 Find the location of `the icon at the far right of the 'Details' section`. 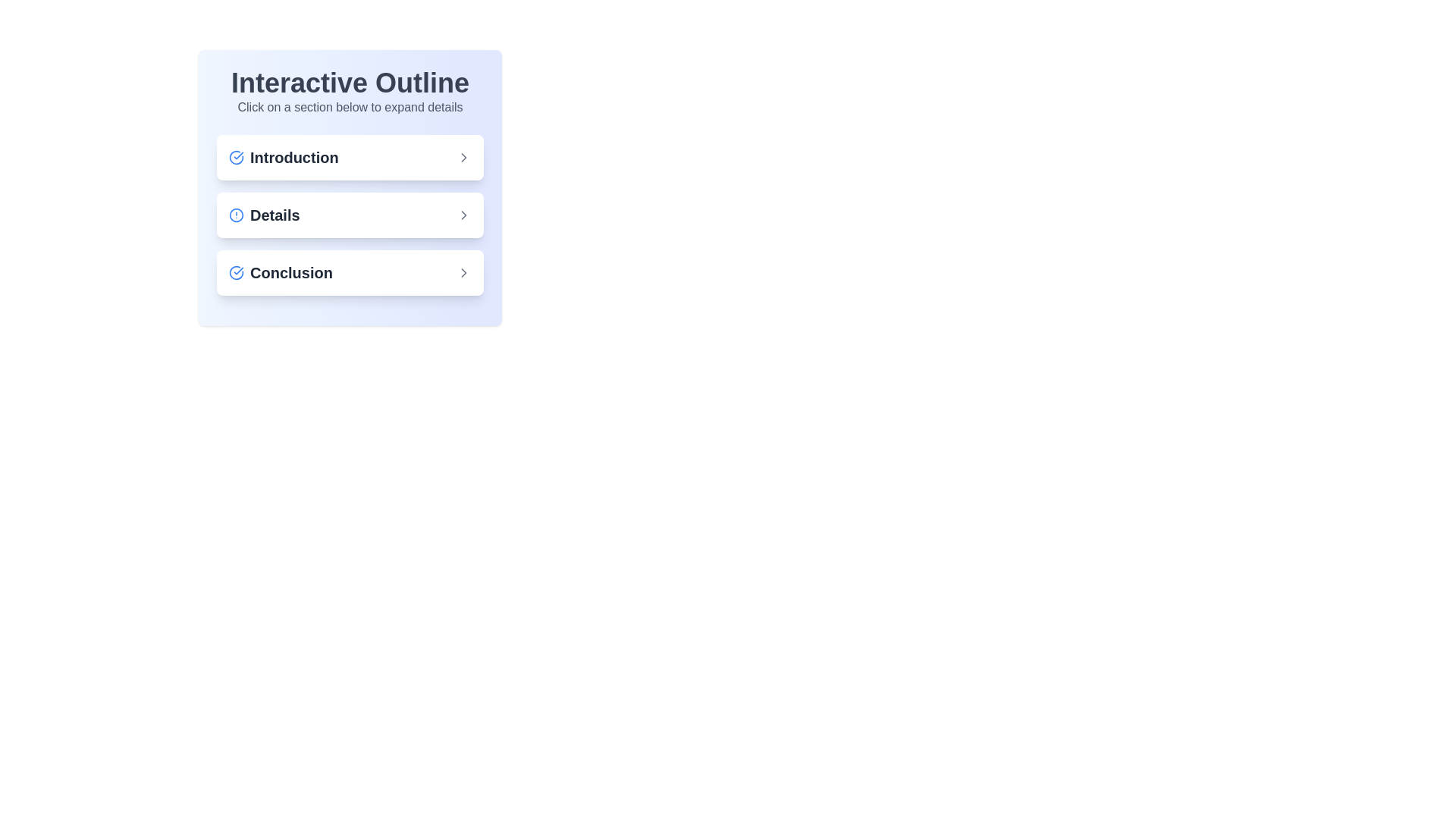

the icon at the far right of the 'Details' section is located at coordinates (463, 215).